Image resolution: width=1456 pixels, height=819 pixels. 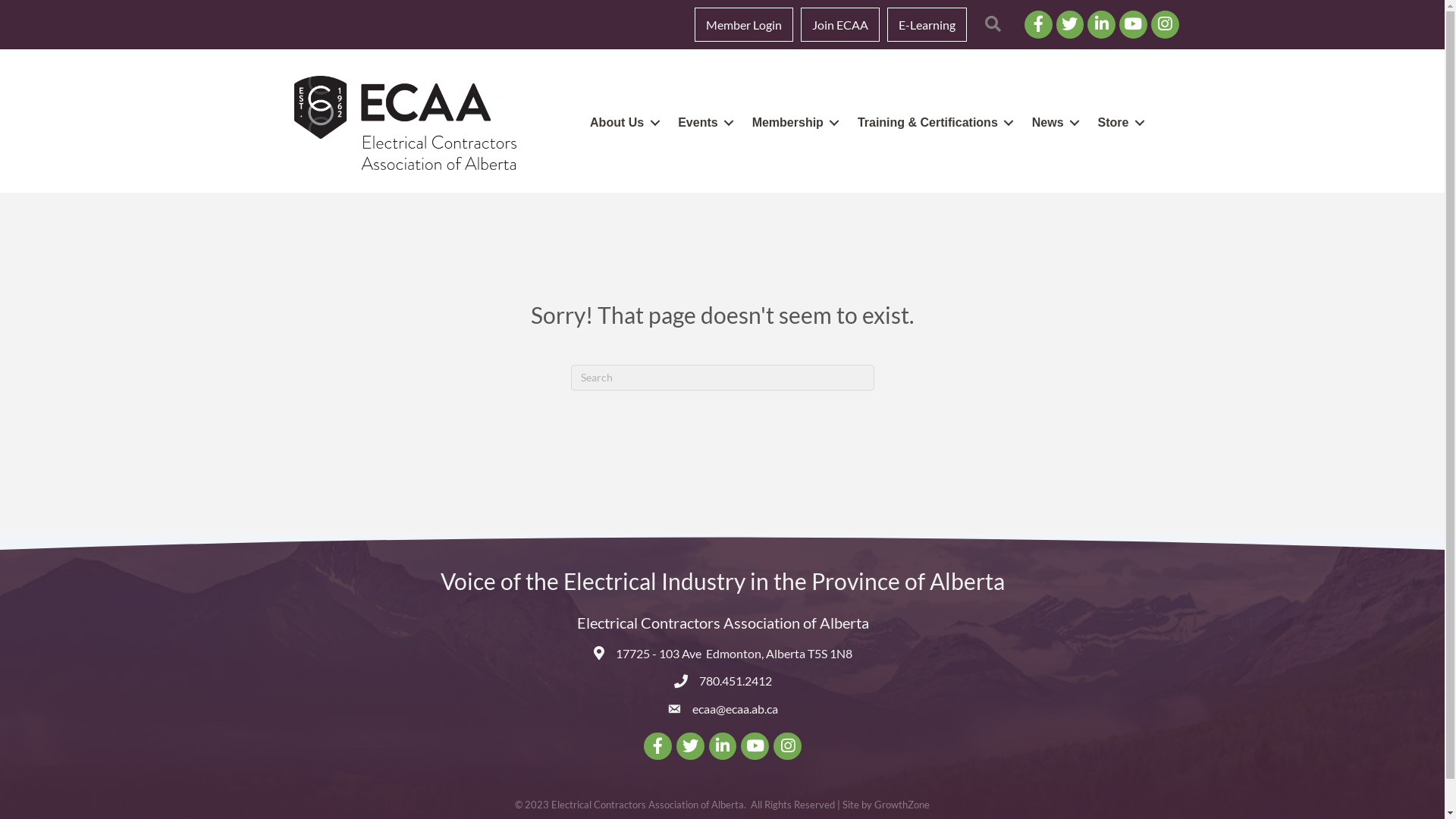 I want to click on 'News', so click(x=1052, y=121).